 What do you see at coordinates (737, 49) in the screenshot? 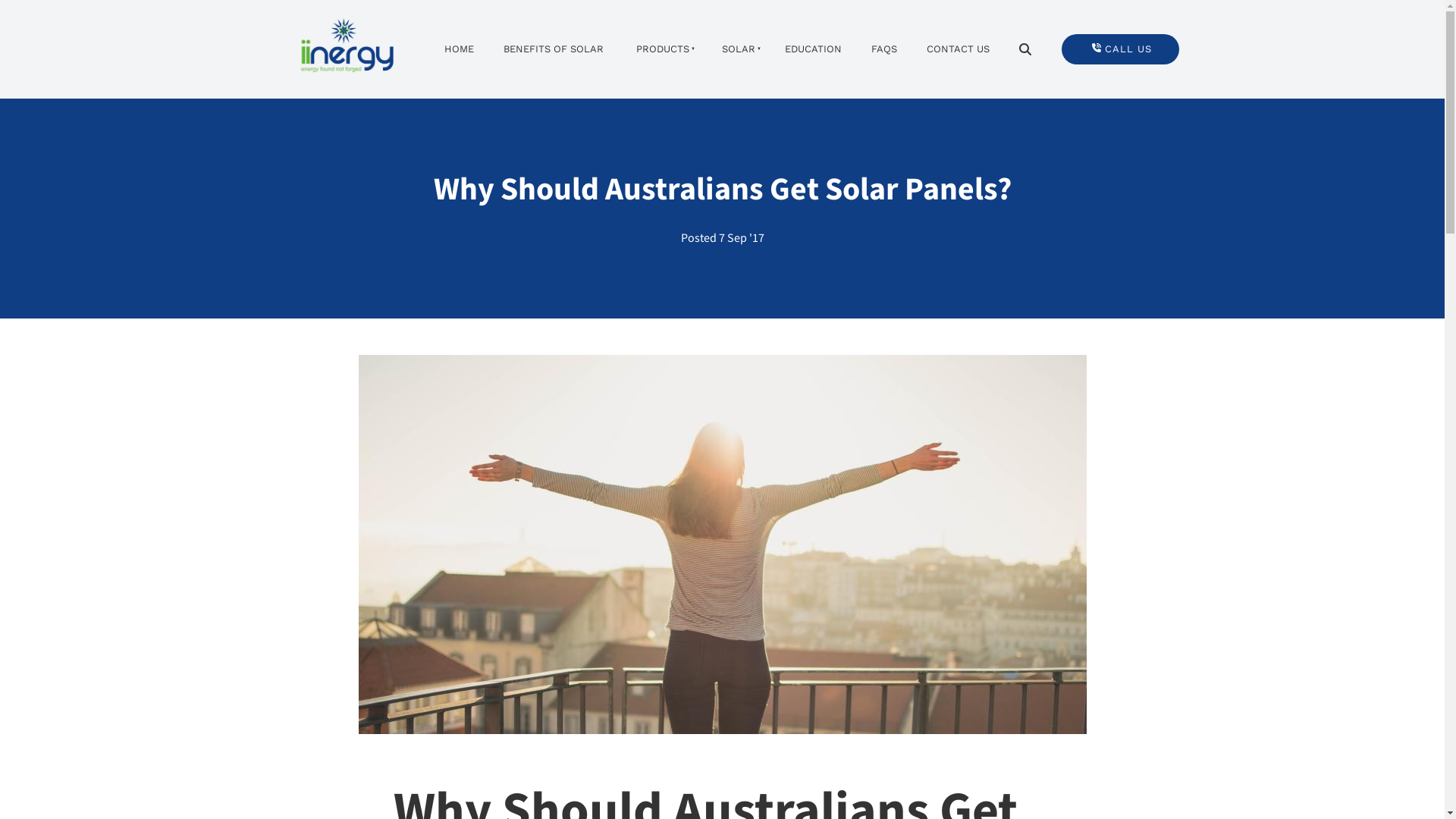
I see `'SOLAR'` at bounding box center [737, 49].